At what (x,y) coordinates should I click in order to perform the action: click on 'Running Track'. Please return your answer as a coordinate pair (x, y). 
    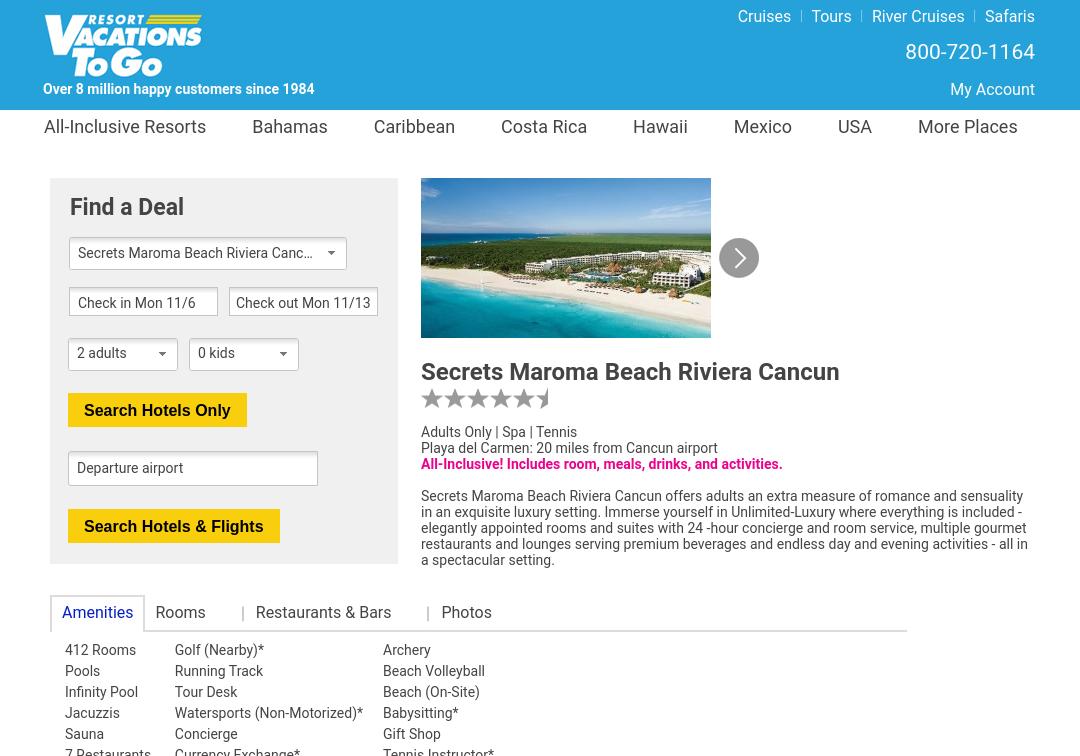
    Looking at the image, I should click on (218, 671).